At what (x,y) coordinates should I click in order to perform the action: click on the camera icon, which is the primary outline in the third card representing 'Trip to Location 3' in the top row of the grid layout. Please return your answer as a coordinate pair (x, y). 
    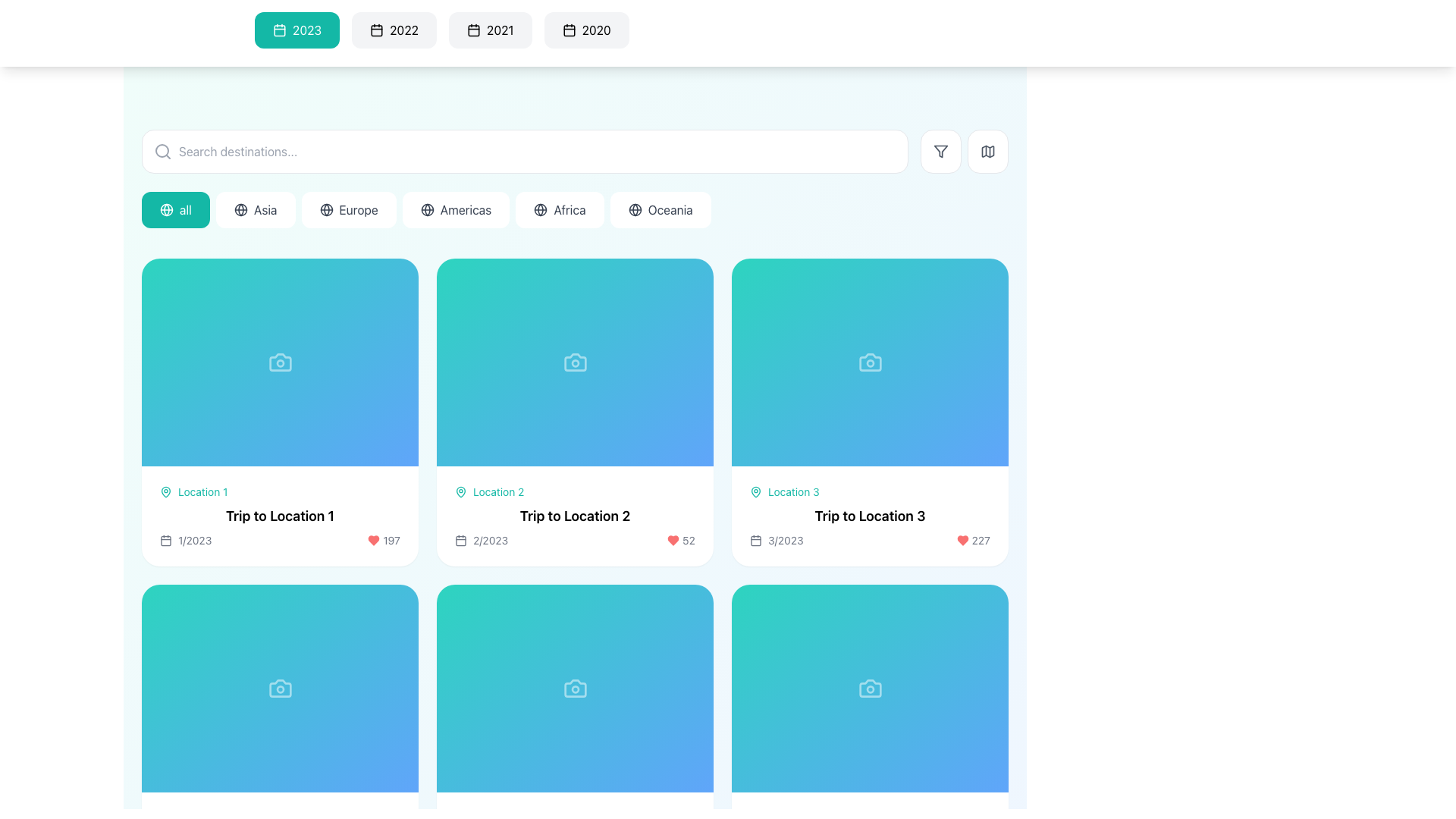
    Looking at the image, I should click on (870, 362).